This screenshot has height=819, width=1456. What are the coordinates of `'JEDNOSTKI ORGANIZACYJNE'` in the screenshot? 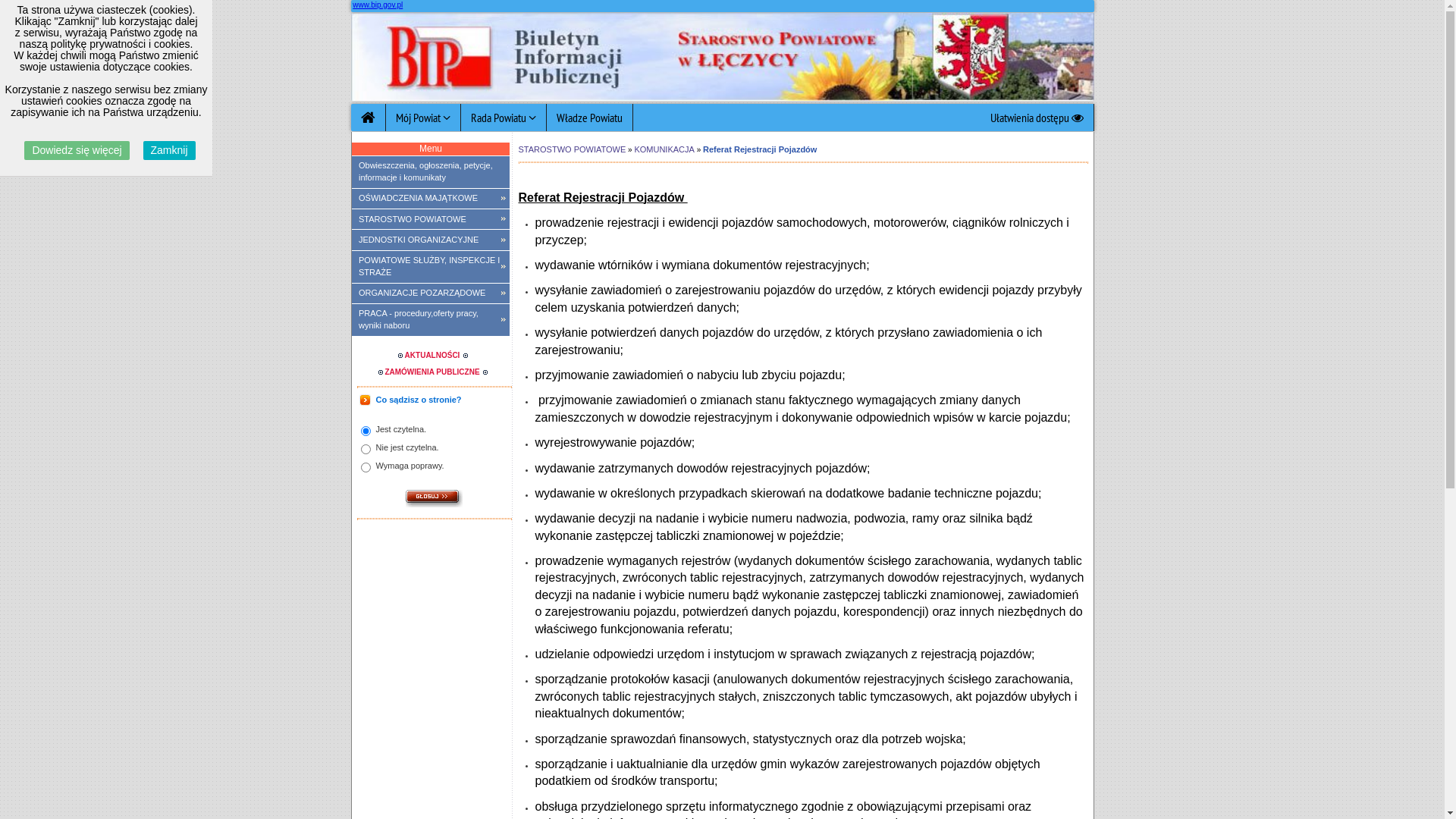 It's located at (429, 239).